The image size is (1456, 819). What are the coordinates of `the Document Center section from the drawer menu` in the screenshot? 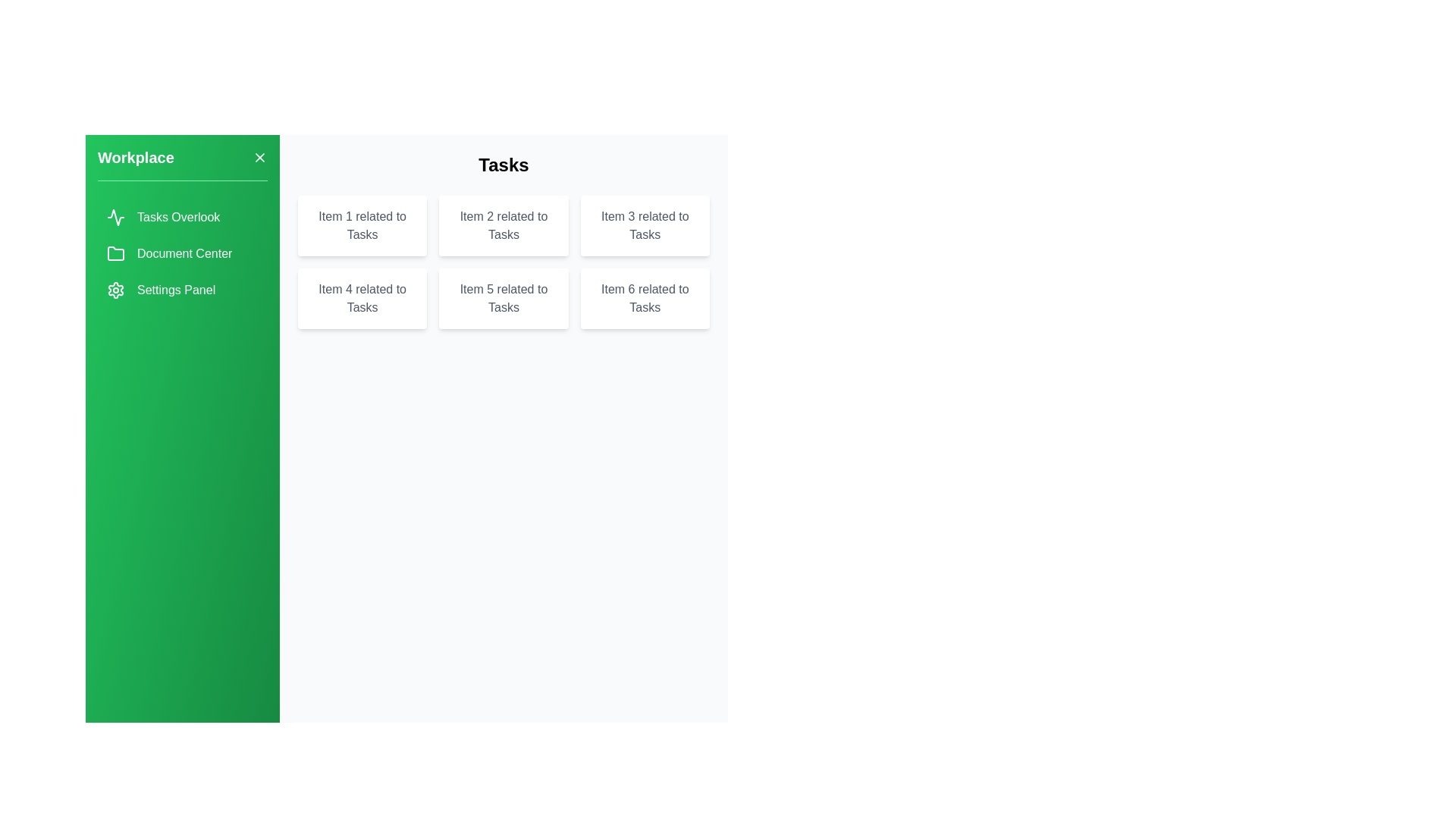 It's located at (182, 253).